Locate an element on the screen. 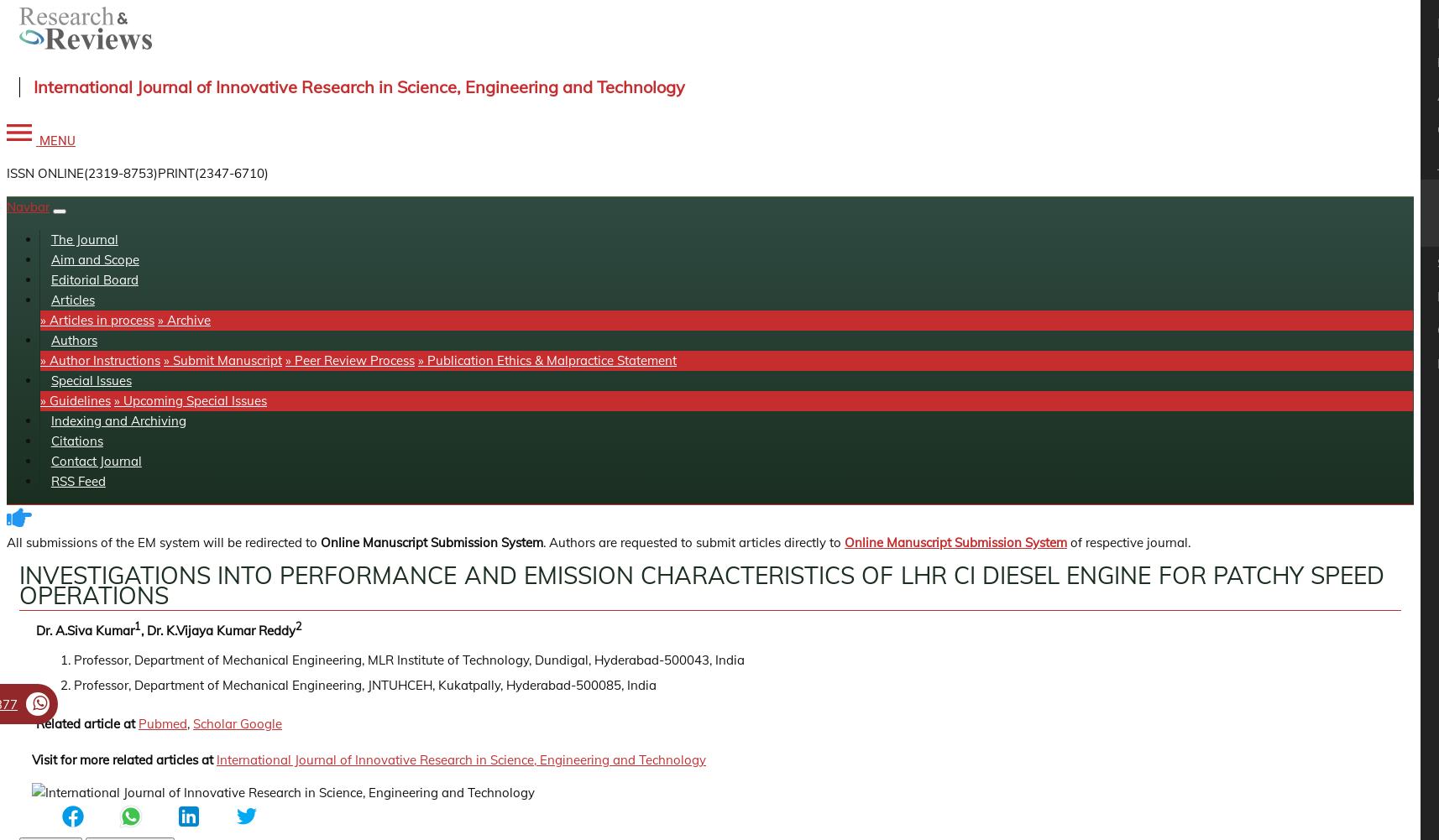  '» Archive' is located at coordinates (184, 319).